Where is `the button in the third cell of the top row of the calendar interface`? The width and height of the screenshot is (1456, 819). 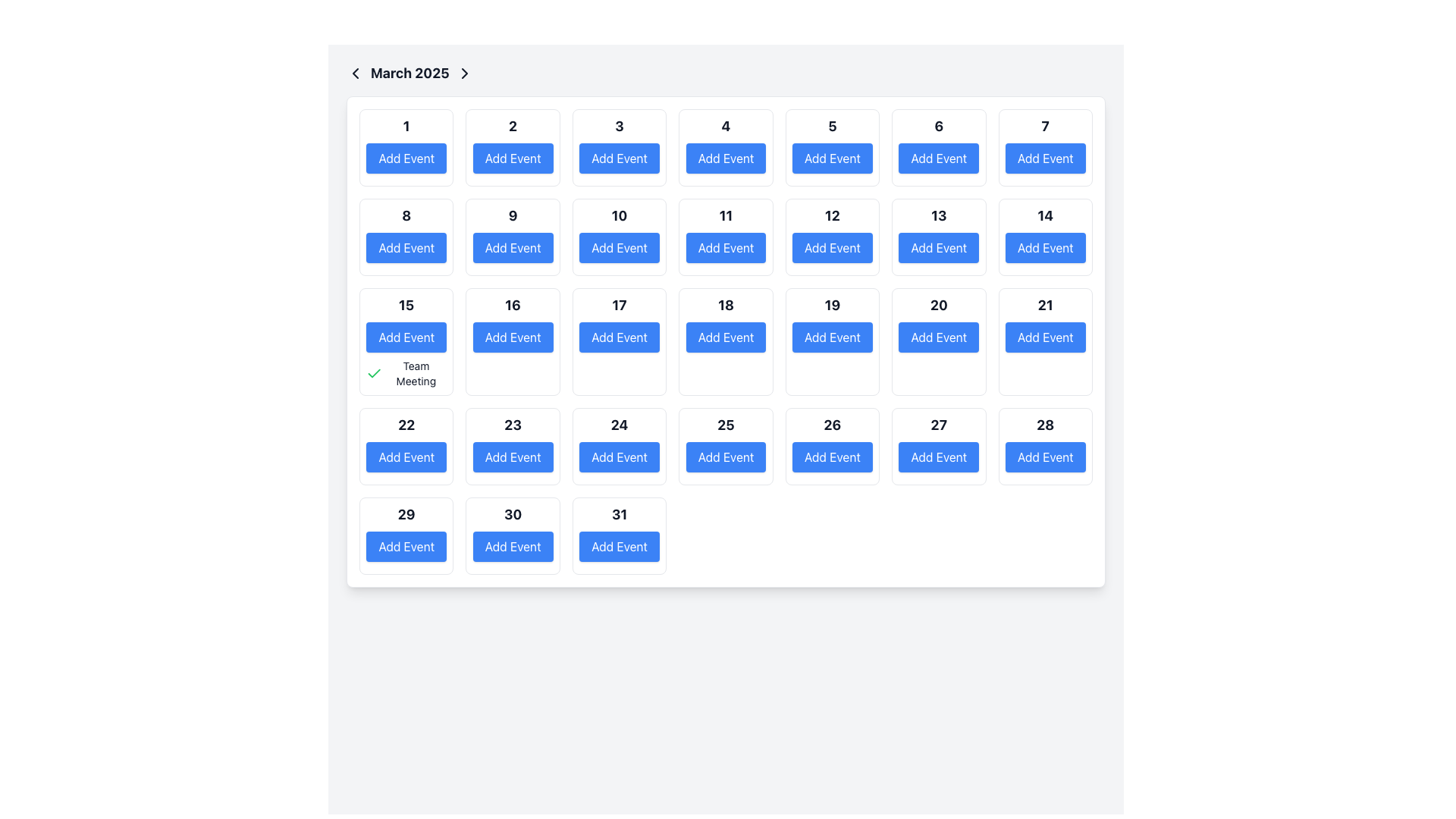
the button in the third cell of the top row of the calendar interface is located at coordinates (620, 158).